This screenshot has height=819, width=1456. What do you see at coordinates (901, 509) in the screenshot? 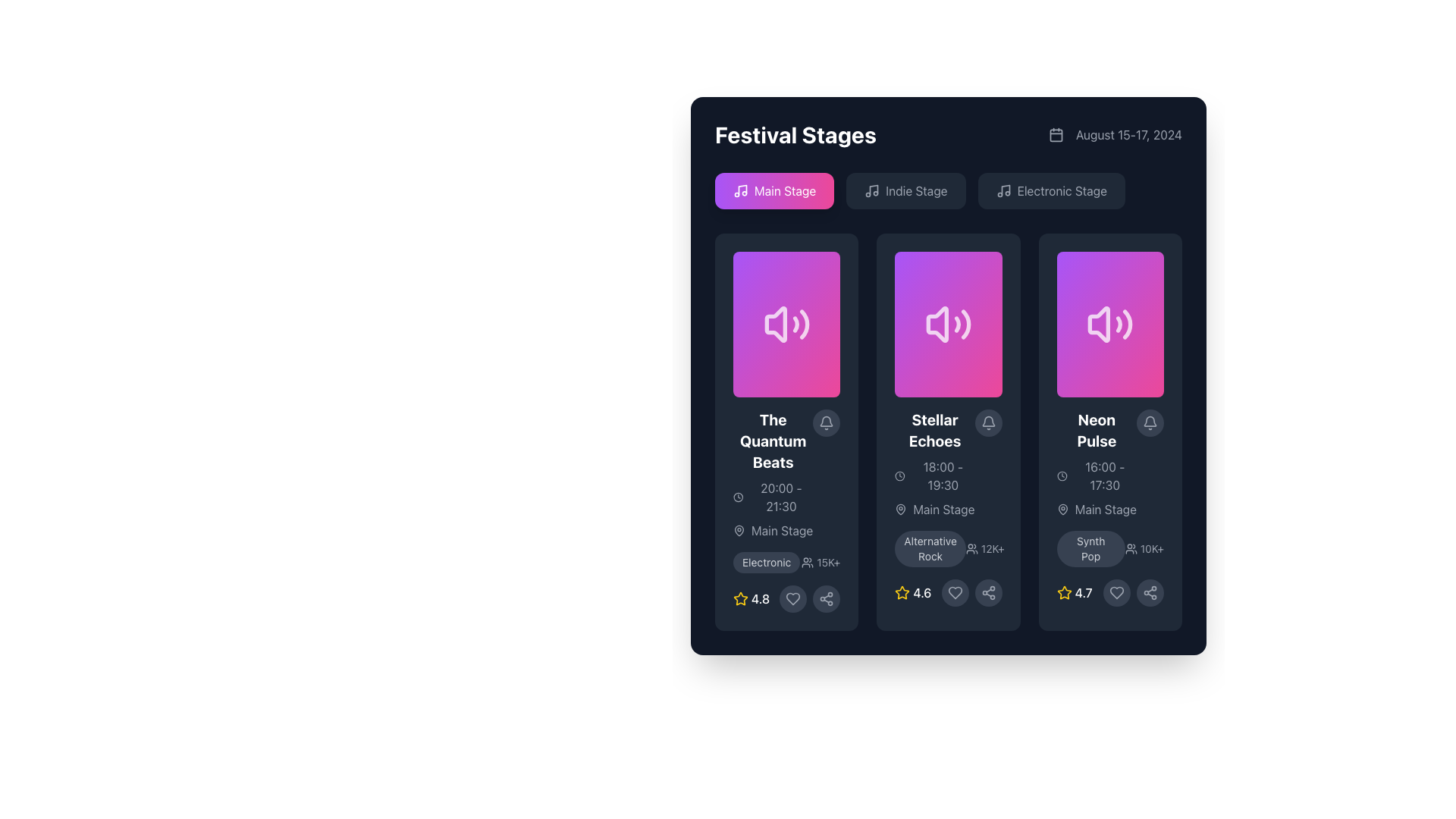
I see `the gray outline map pin icon located to the left of the 'Main Stage' text in the bottom section of the 'Stellar Echoes' event card` at bounding box center [901, 509].